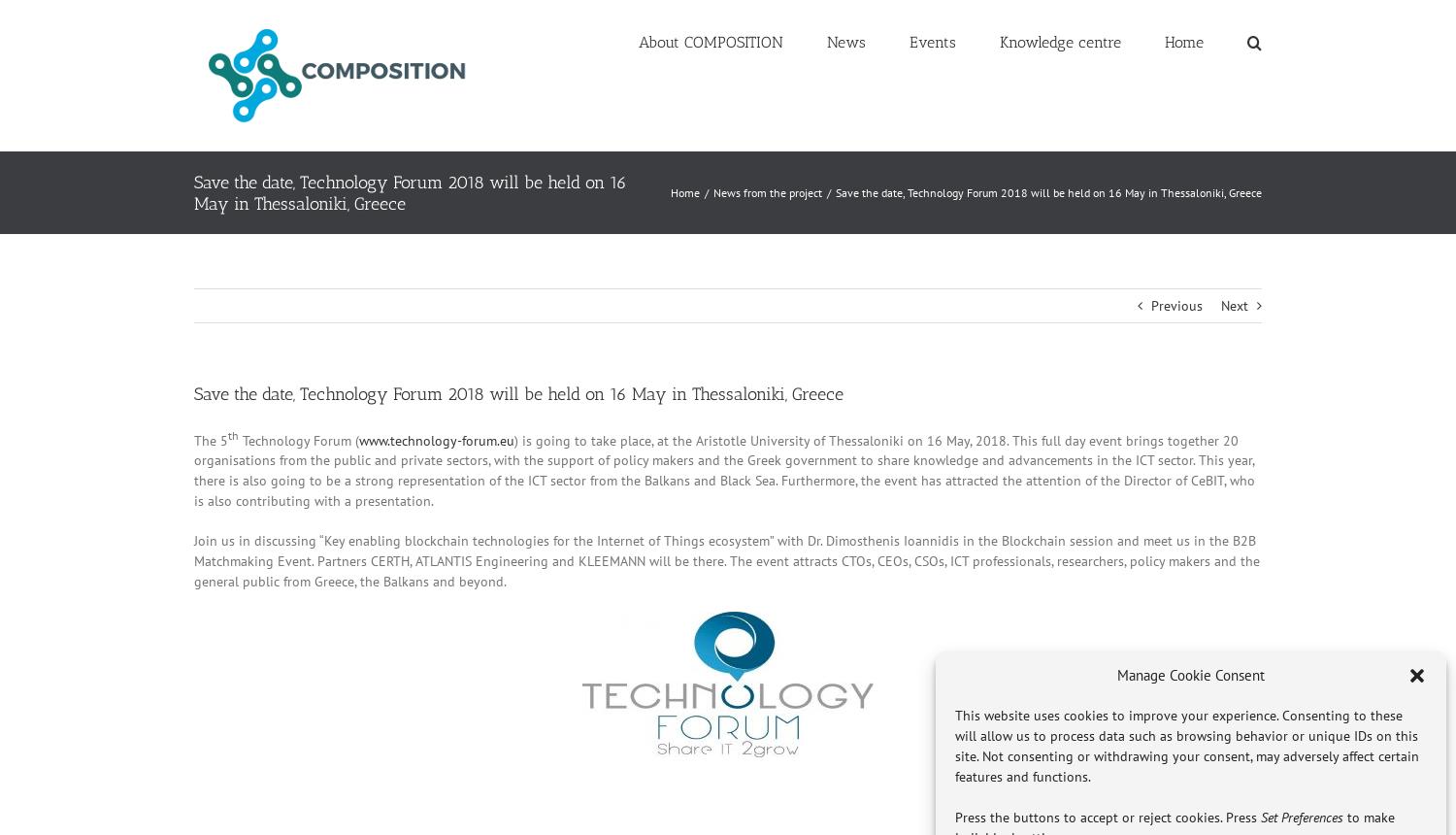 This screenshot has width=1456, height=835. I want to click on 'Milestones', so click(685, 166).